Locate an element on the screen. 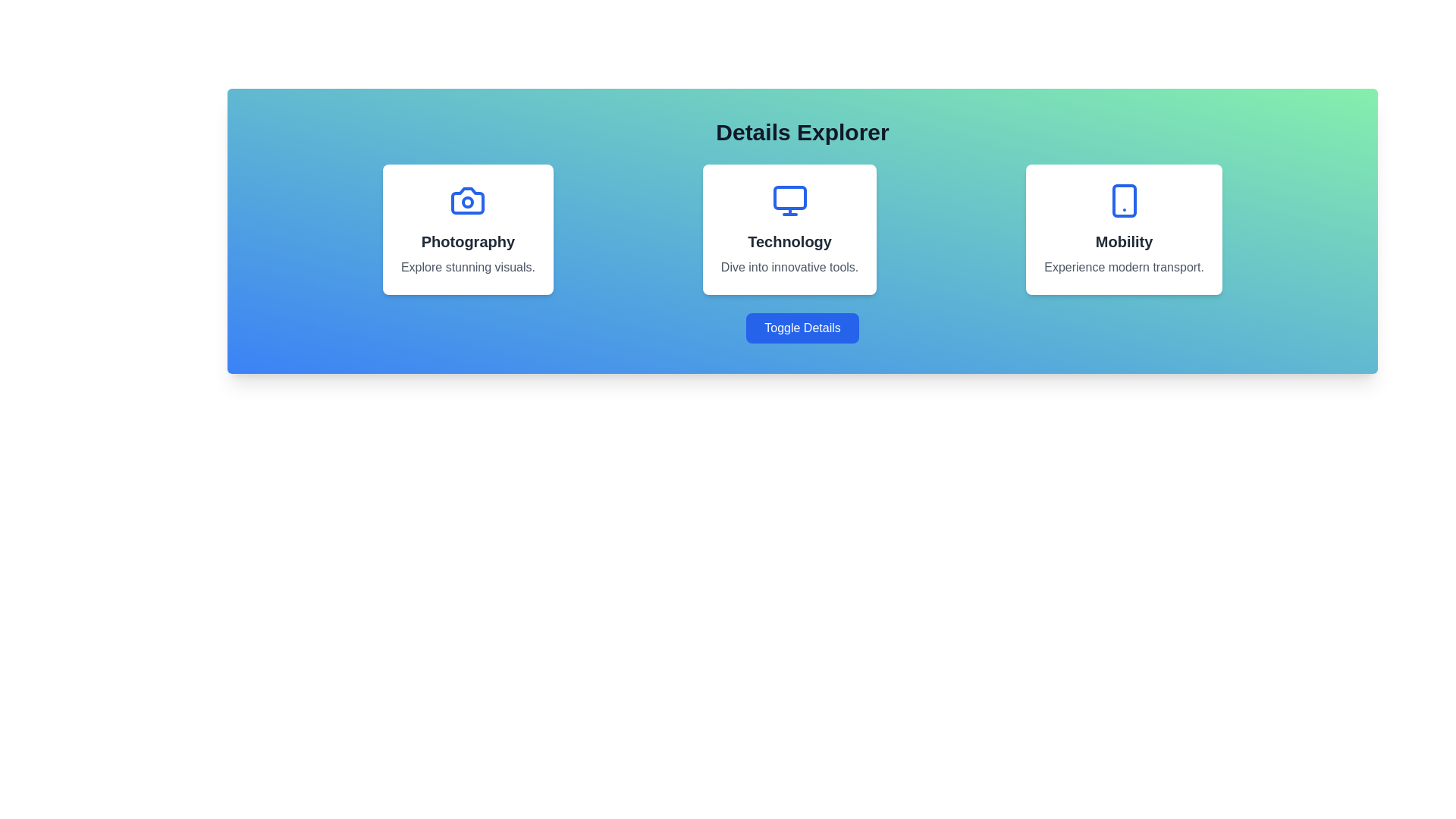 This screenshot has width=1456, height=819. the photography icon located in the leftmost card labeled 'Photography', which is positioned centrally above the title 'Photography' is located at coordinates (467, 200).